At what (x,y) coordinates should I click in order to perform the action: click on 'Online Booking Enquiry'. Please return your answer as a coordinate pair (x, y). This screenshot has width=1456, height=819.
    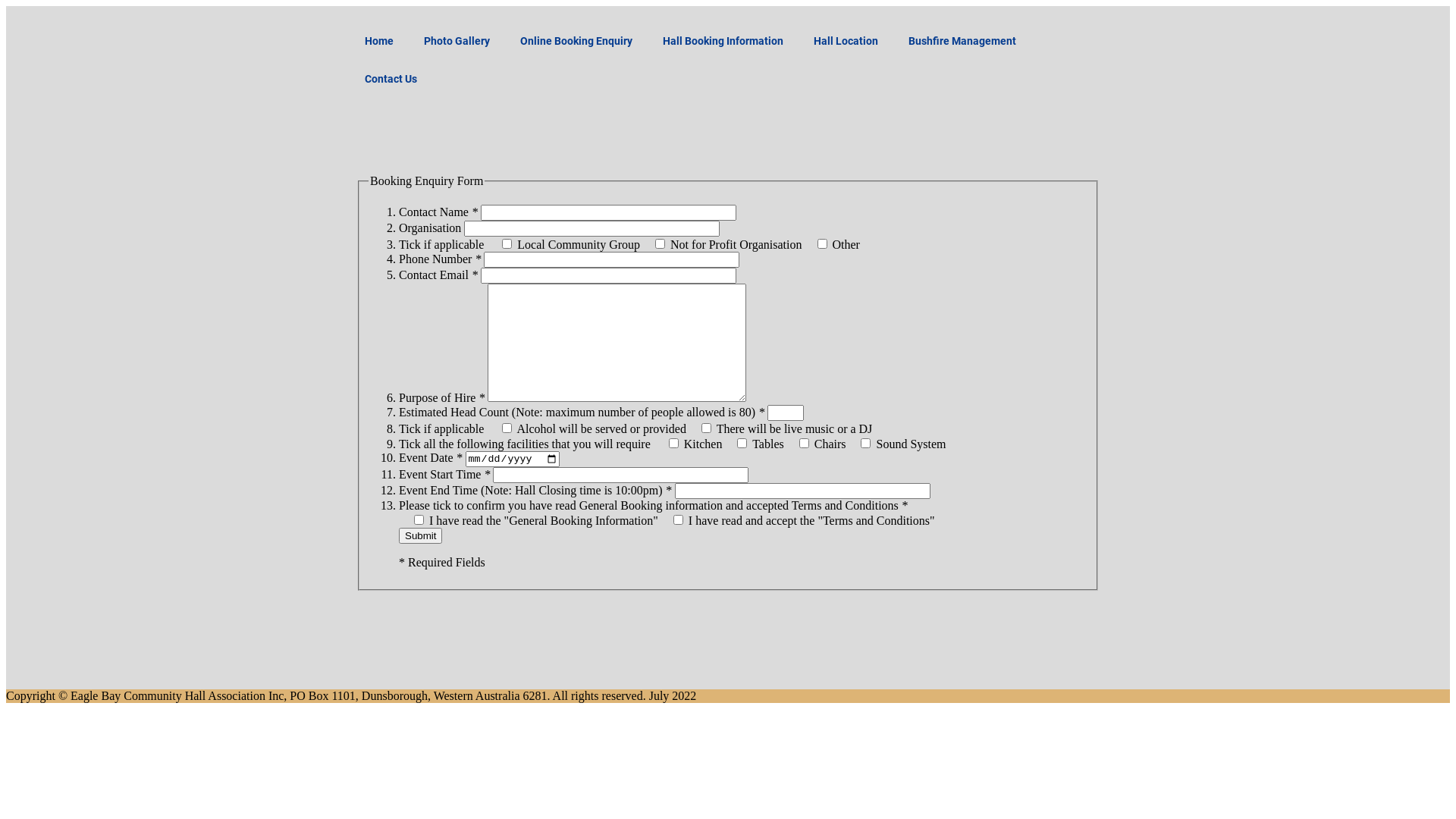
    Looking at the image, I should click on (575, 40).